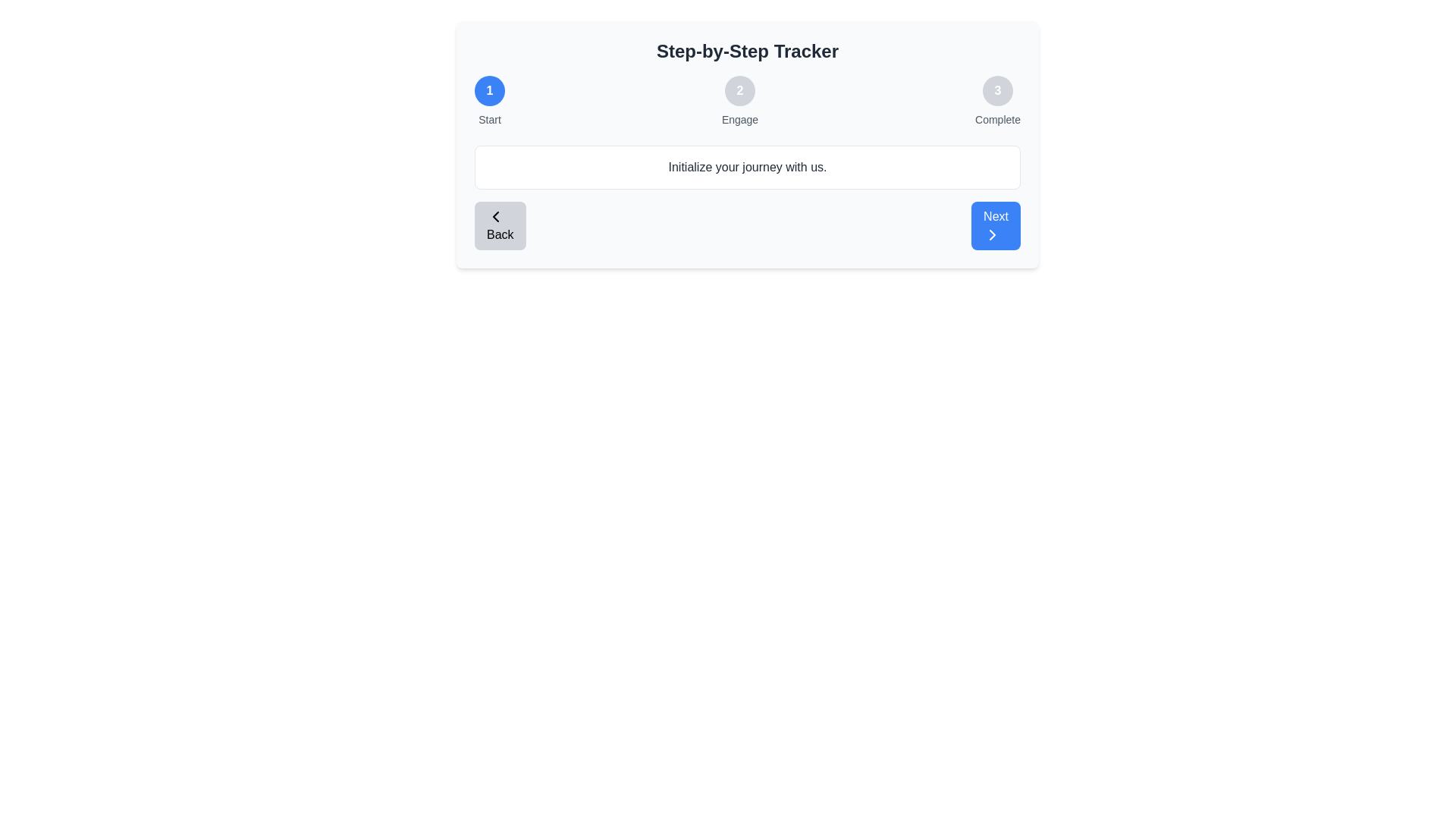 The width and height of the screenshot is (1456, 819). I want to click on the Circle button with the bold white number '3' centered in it, located at the top of the vertical stack on the far right of the UI layout, so click(997, 90).